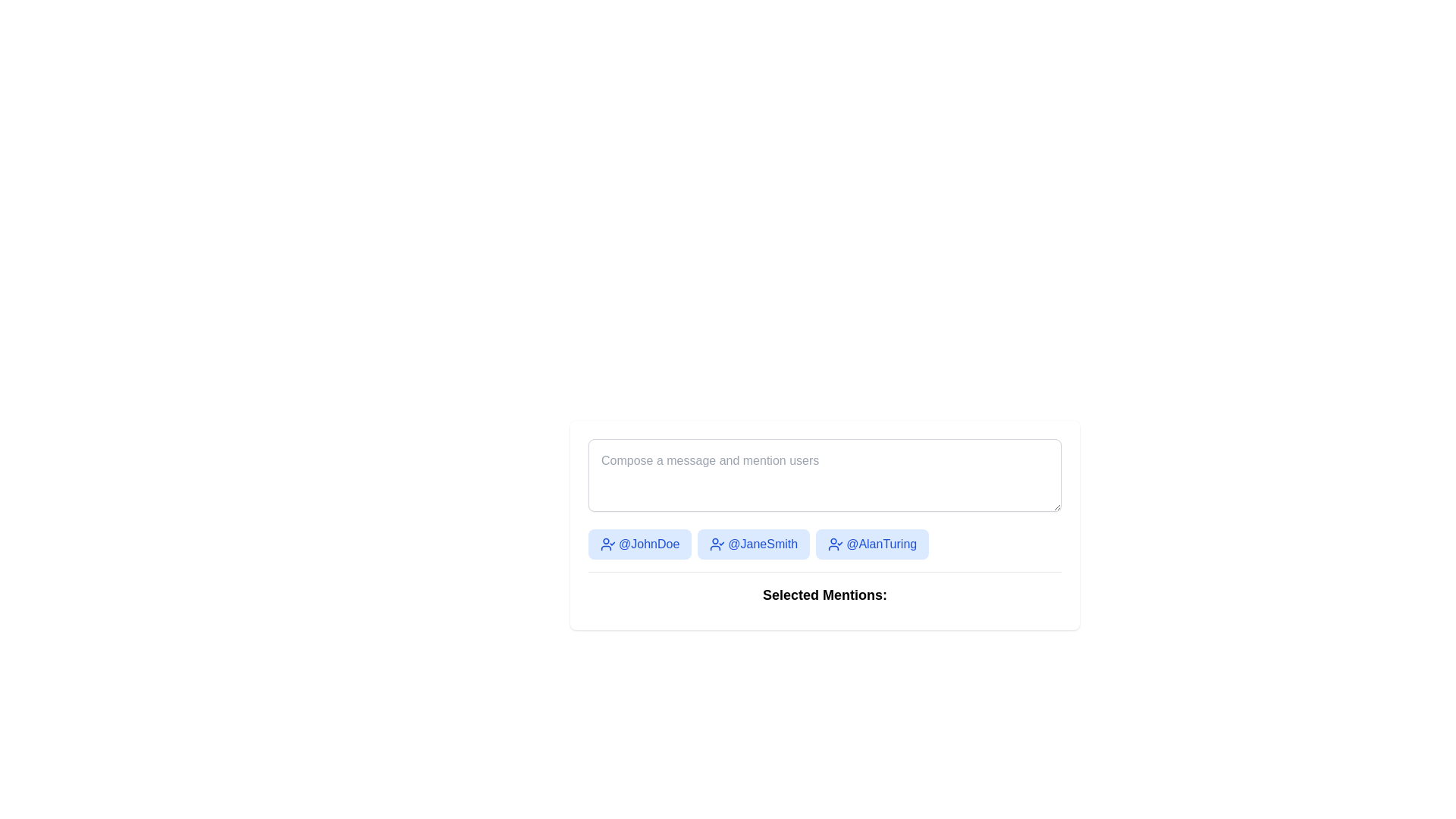 The width and height of the screenshot is (1456, 819). What do you see at coordinates (717, 543) in the screenshot?
I see `the user avatar icon with a checkmark next to the '@JaneSmith' text chip, which has a blue outline and a white background` at bounding box center [717, 543].